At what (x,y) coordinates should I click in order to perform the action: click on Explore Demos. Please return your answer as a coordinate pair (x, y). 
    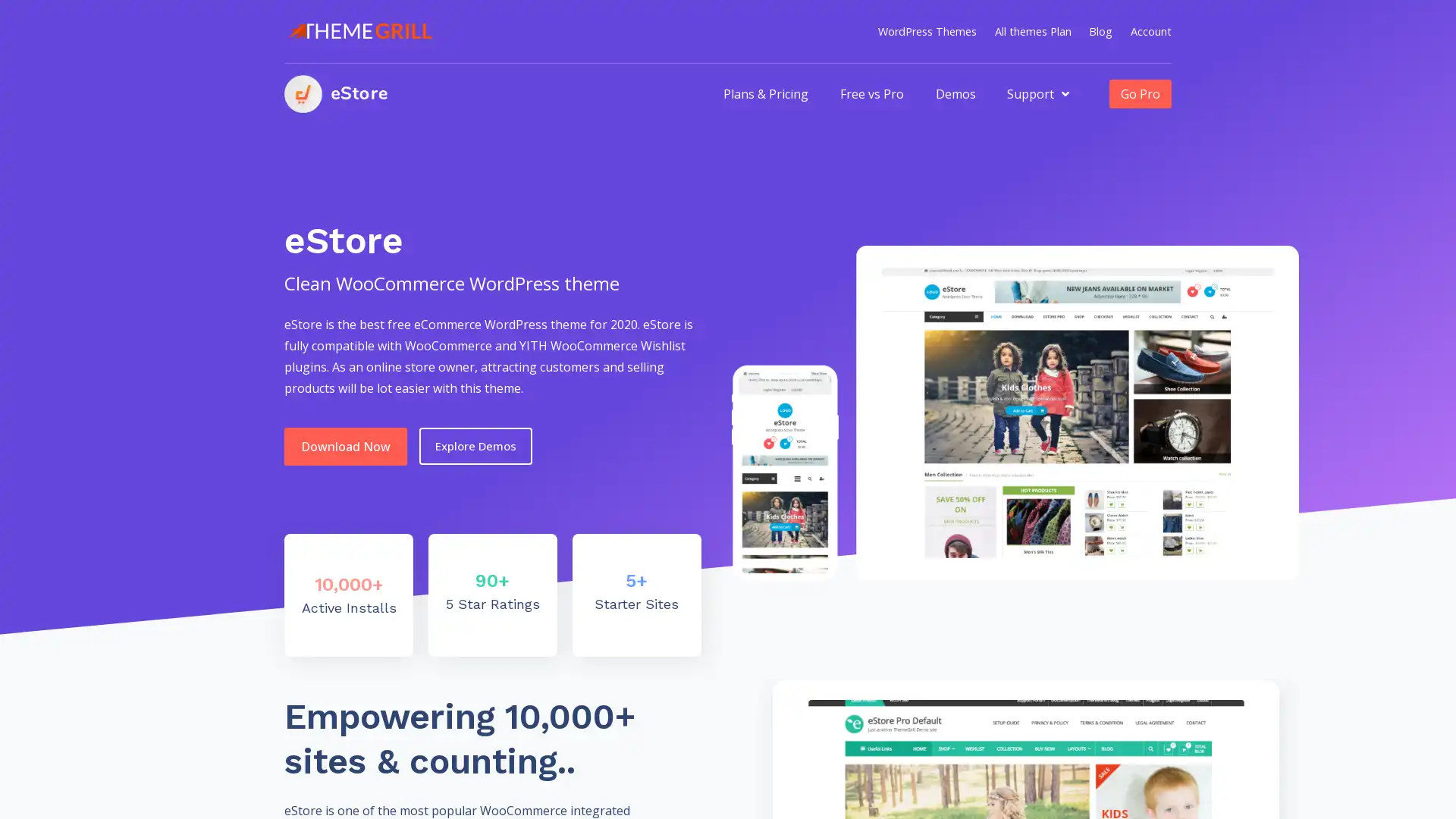
    Looking at the image, I should click on (475, 445).